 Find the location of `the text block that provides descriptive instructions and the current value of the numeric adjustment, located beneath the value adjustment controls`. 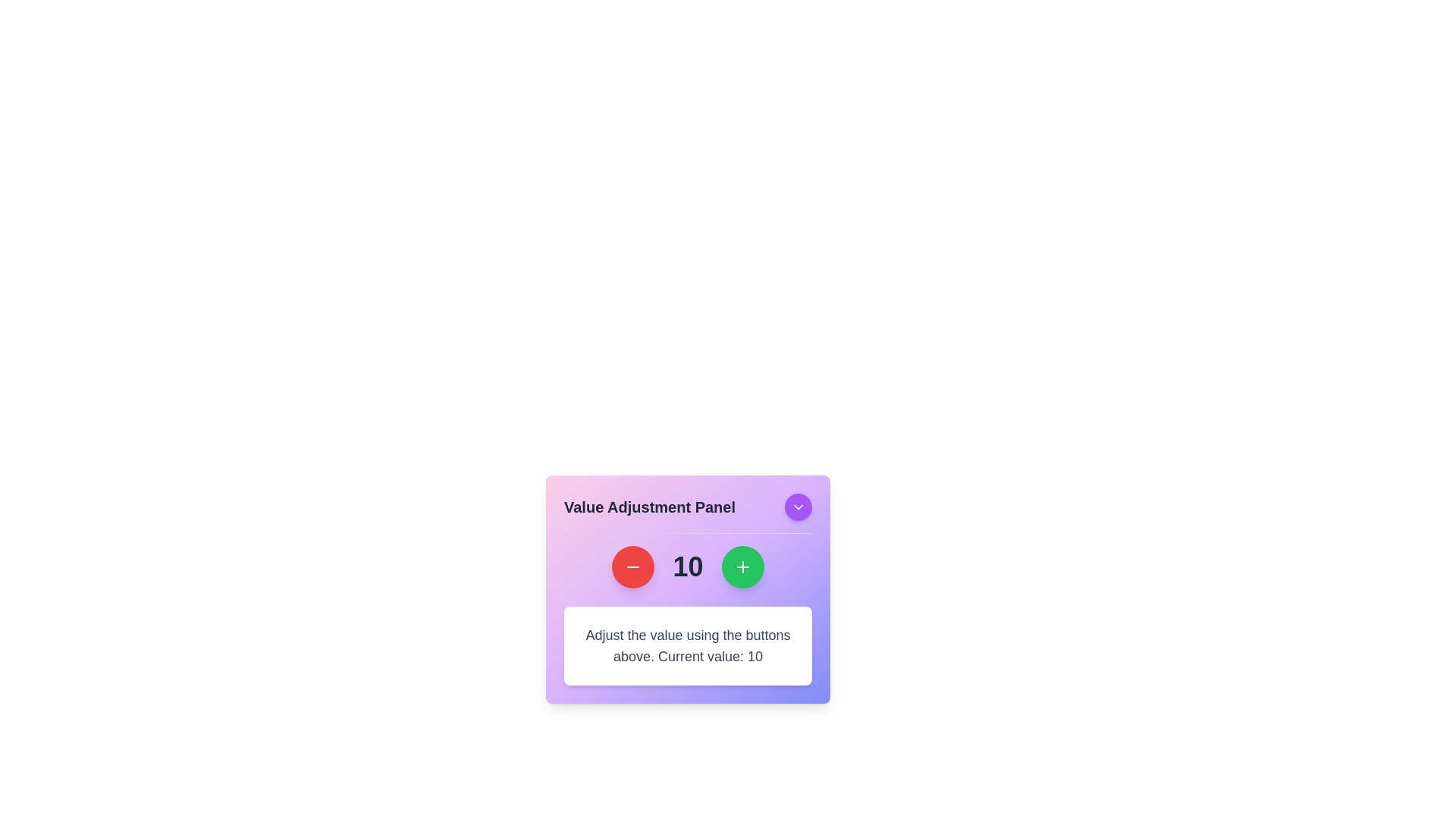

the text block that provides descriptive instructions and the current value of the numeric adjustment, located beneath the value adjustment controls is located at coordinates (687, 646).